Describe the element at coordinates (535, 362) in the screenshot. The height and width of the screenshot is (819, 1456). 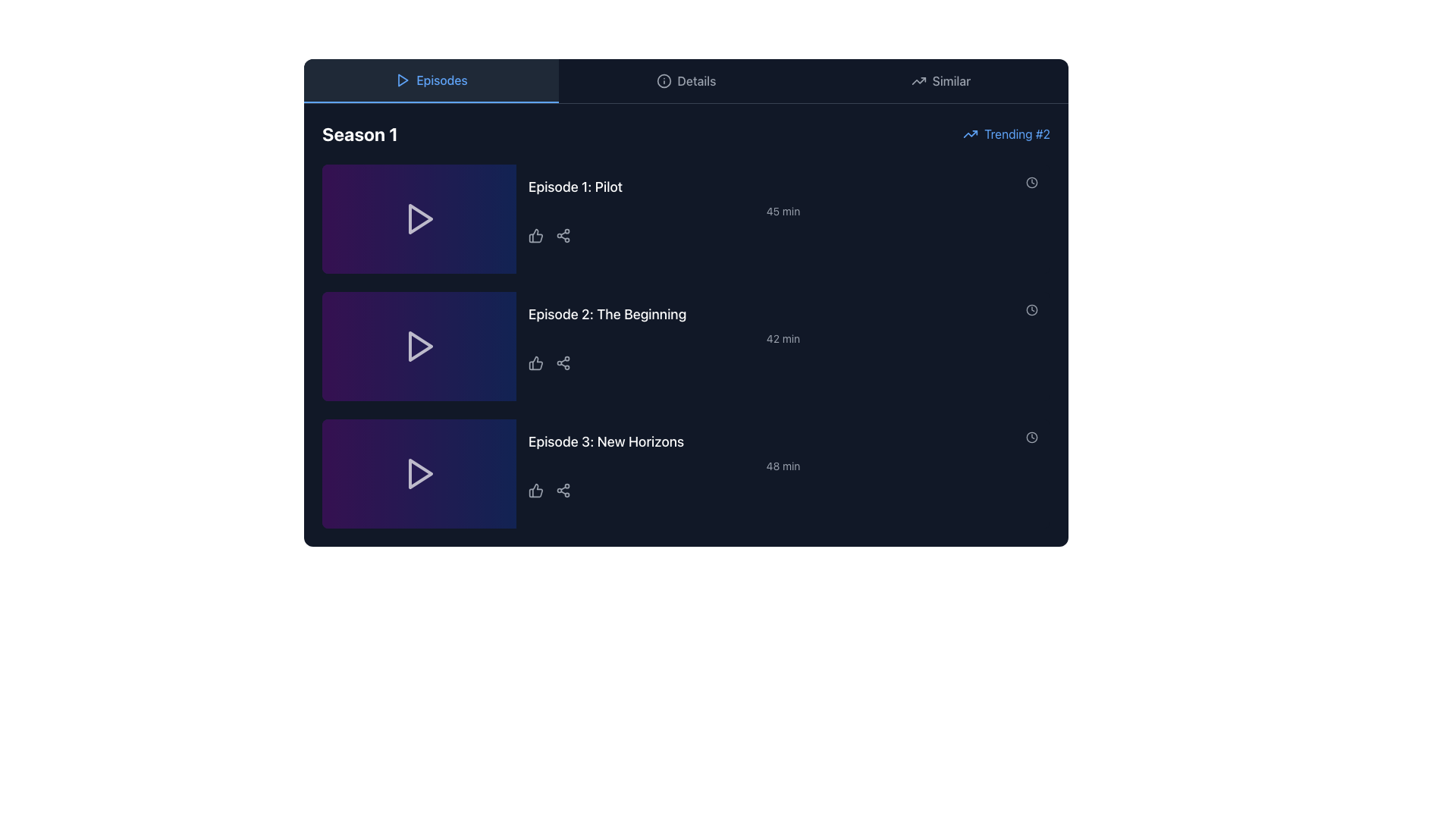
I see `the thumbs-up icon, which is a light gray outline of a hand in a gesture of approval, located next to 'Episode 2: The Beginning' to like the episode` at that location.